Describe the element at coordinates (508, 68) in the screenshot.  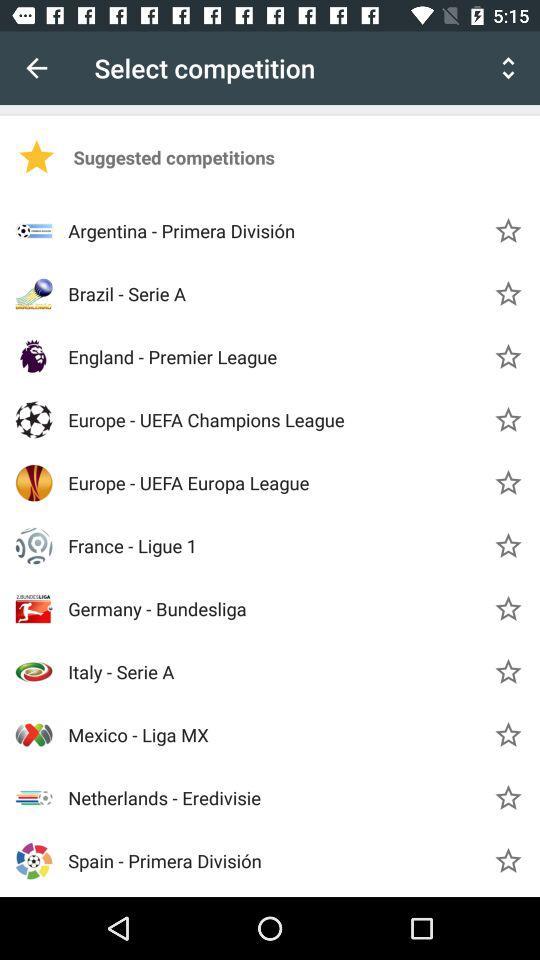
I see `icon to the right of select competition` at that location.